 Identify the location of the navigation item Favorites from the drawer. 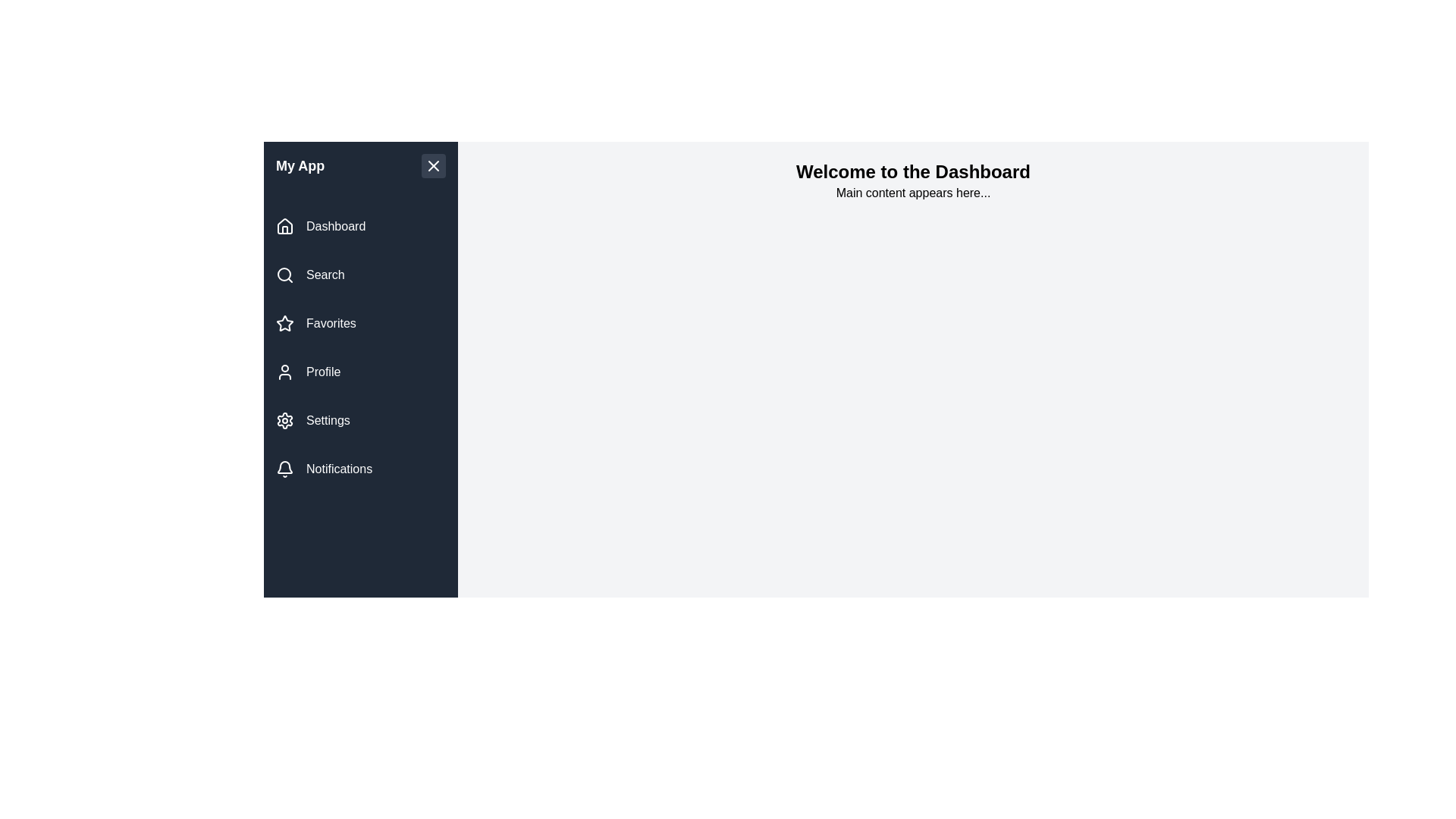
(359, 323).